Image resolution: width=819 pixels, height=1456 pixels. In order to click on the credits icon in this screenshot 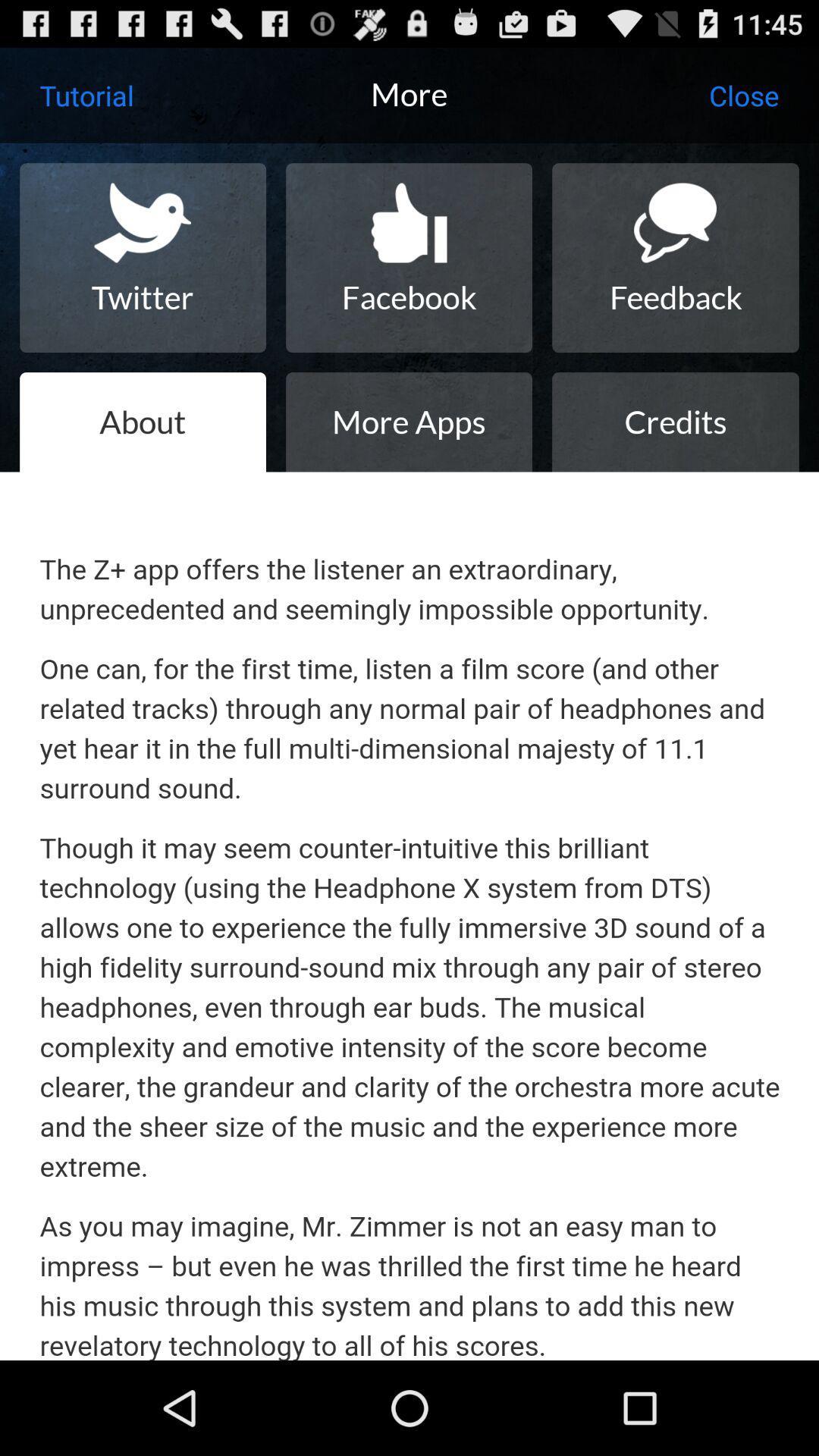, I will do `click(675, 422)`.